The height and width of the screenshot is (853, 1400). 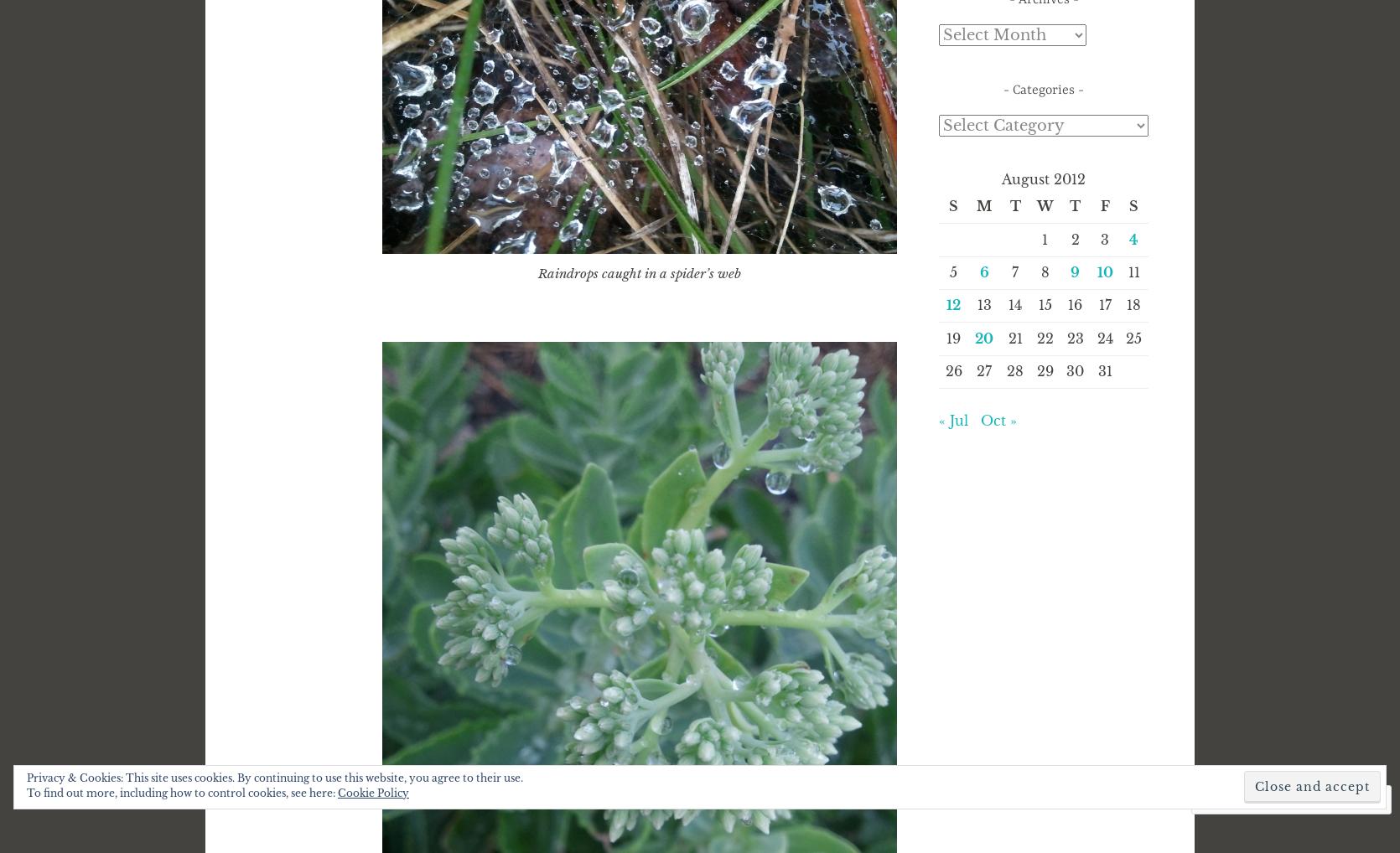 What do you see at coordinates (1037, 305) in the screenshot?
I see `'15'` at bounding box center [1037, 305].